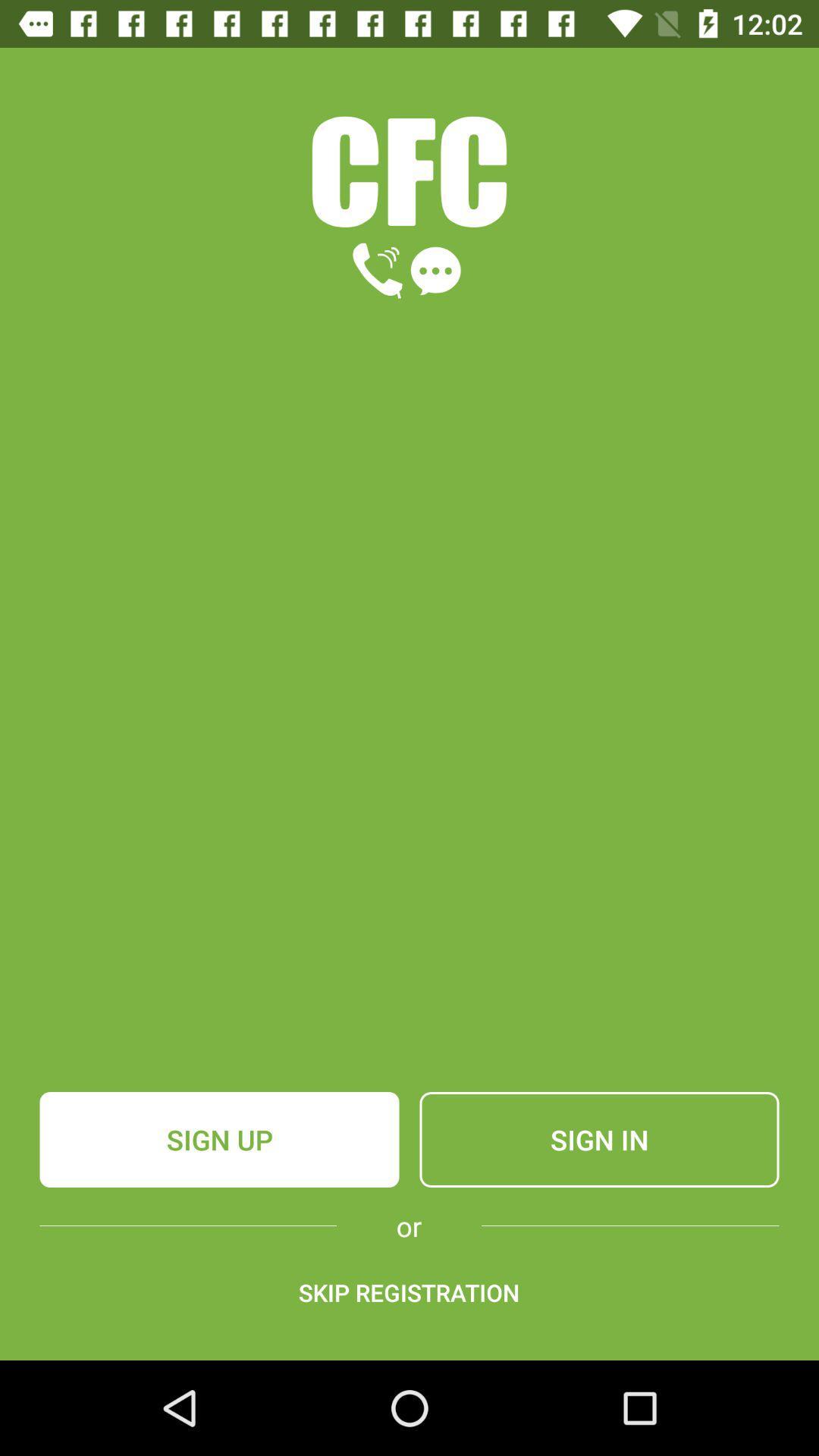  What do you see at coordinates (598, 1139) in the screenshot?
I see `the icon above or icon` at bounding box center [598, 1139].